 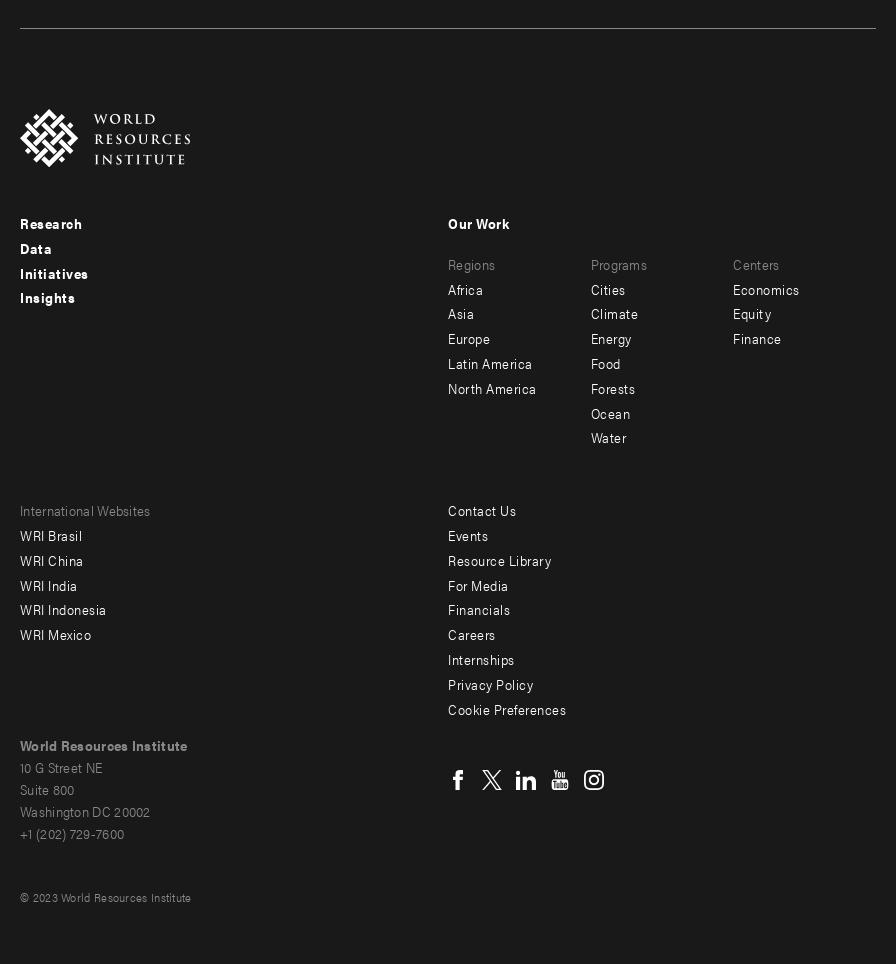 I want to click on 'Research', so click(x=50, y=222).